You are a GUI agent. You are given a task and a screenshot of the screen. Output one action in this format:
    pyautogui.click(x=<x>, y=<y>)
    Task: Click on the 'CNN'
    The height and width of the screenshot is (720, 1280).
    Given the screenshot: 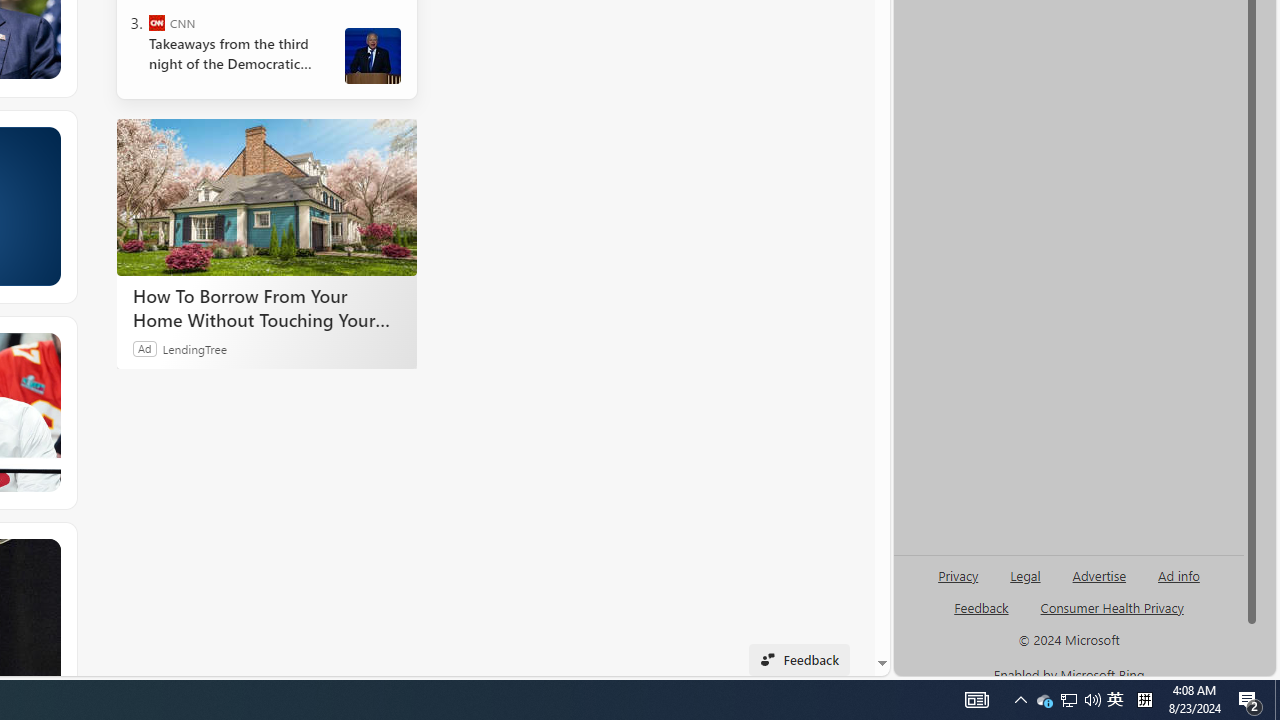 What is the action you would take?
    pyautogui.click(x=155, y=23)
    